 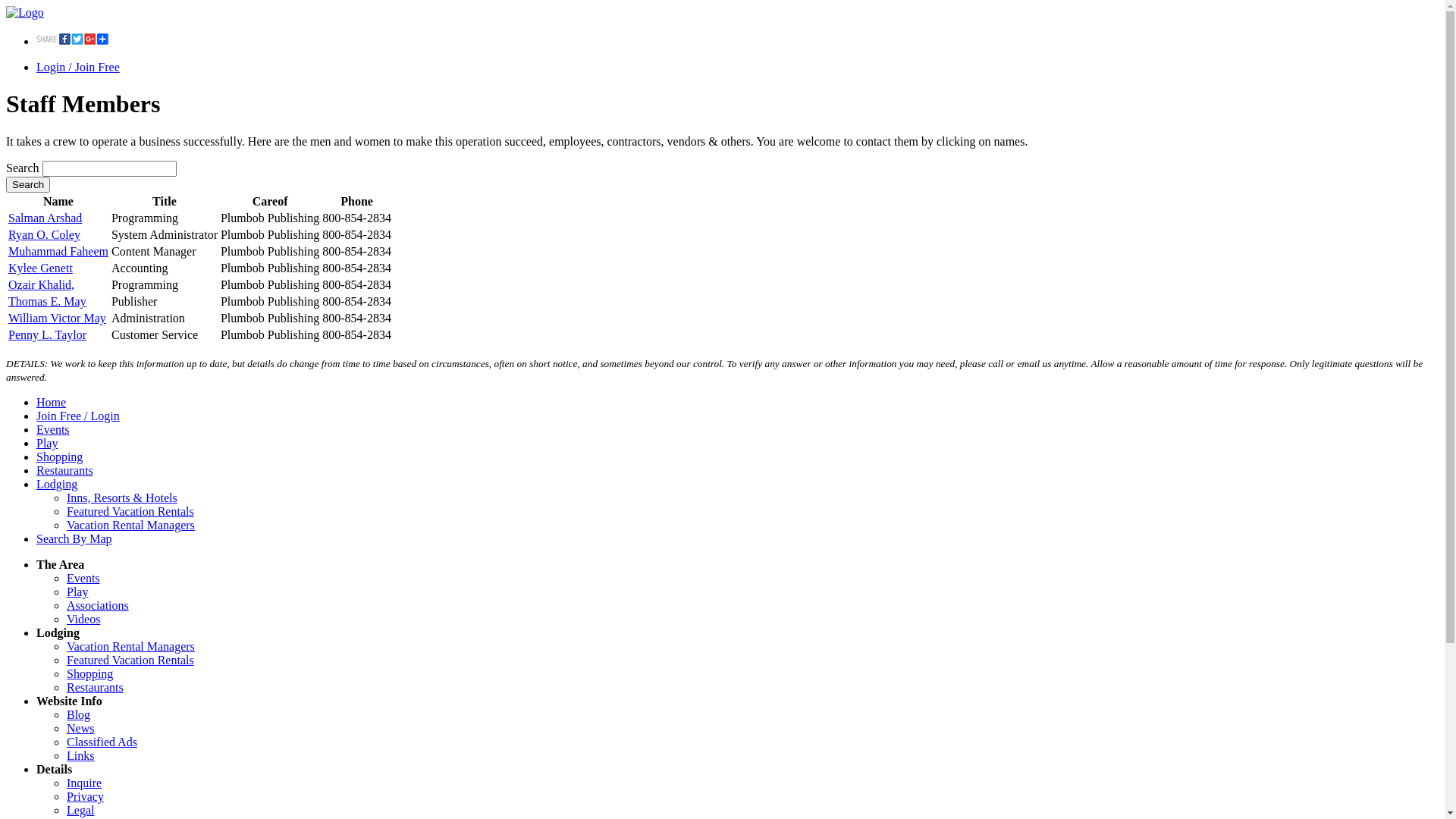 I want to click on 'Thomas E. May', so click(x=47, y=301).